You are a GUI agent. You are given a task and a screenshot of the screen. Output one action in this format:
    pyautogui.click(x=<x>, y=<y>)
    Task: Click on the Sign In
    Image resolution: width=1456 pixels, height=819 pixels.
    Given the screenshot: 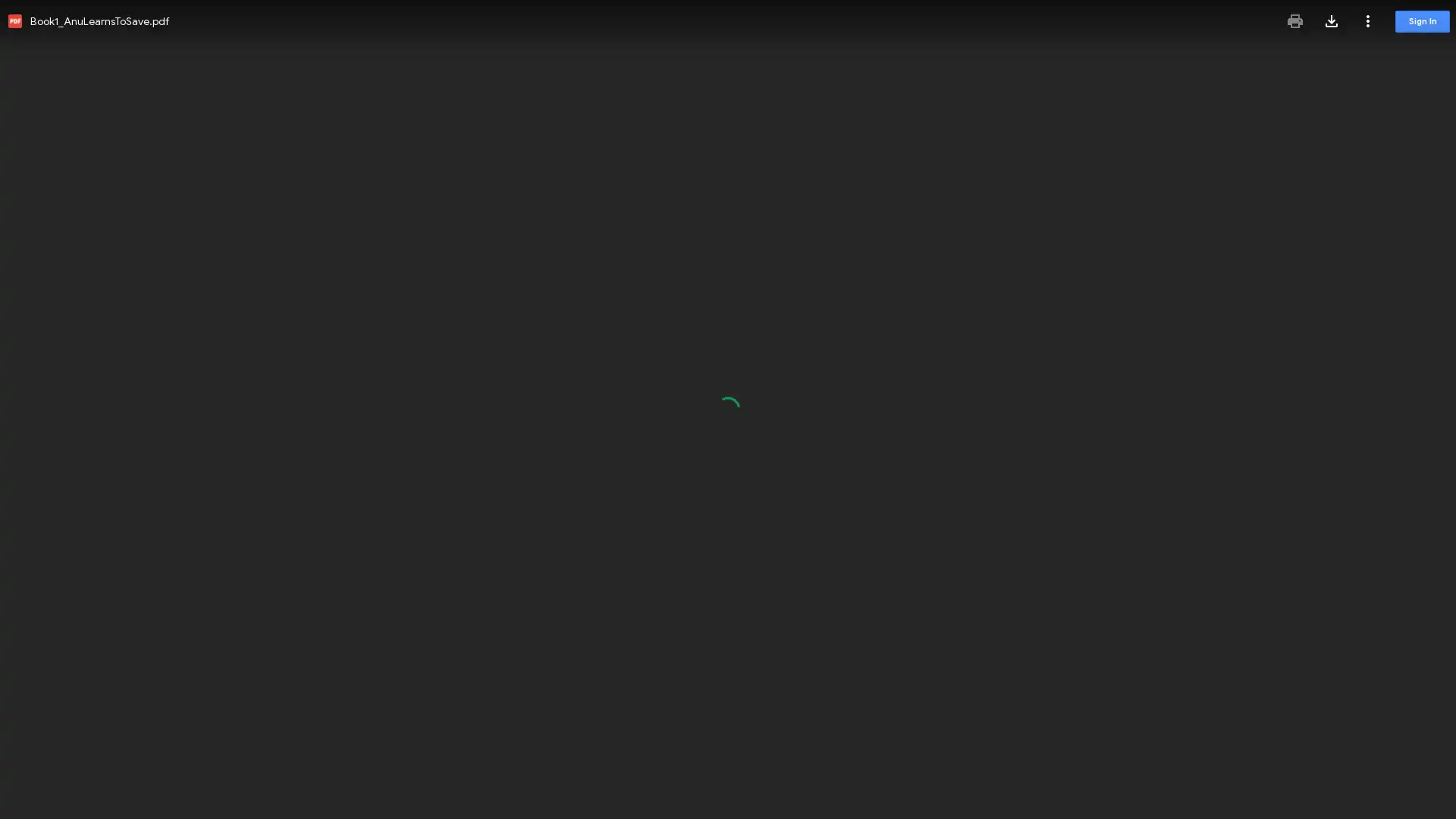 What is the action you would take?
    pyautogui.click(x=1422, y=21)
    